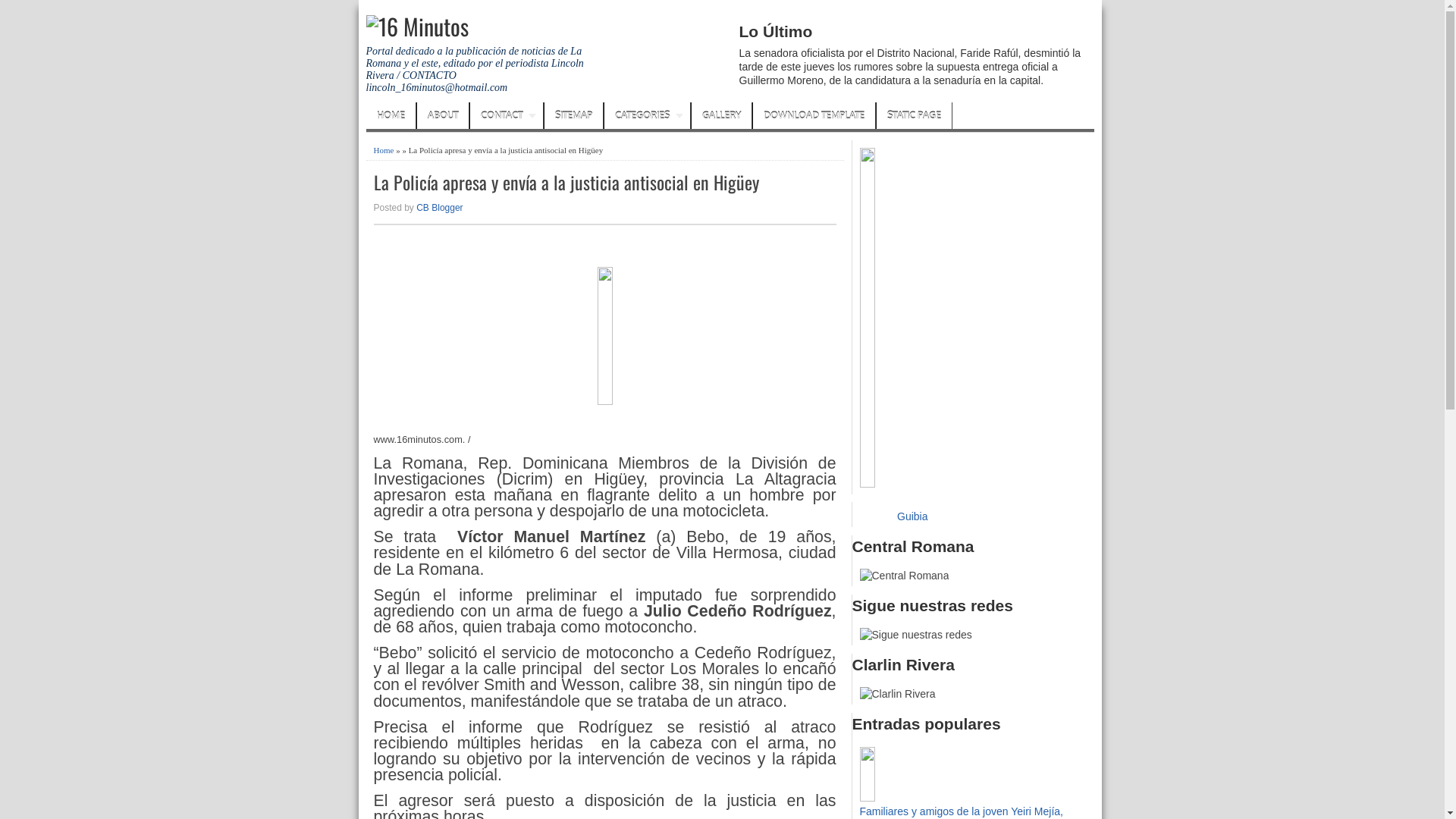 The width and height of the screenshot is (1456, 819). I want to click on 'CB Blogger', so click(438, 207).